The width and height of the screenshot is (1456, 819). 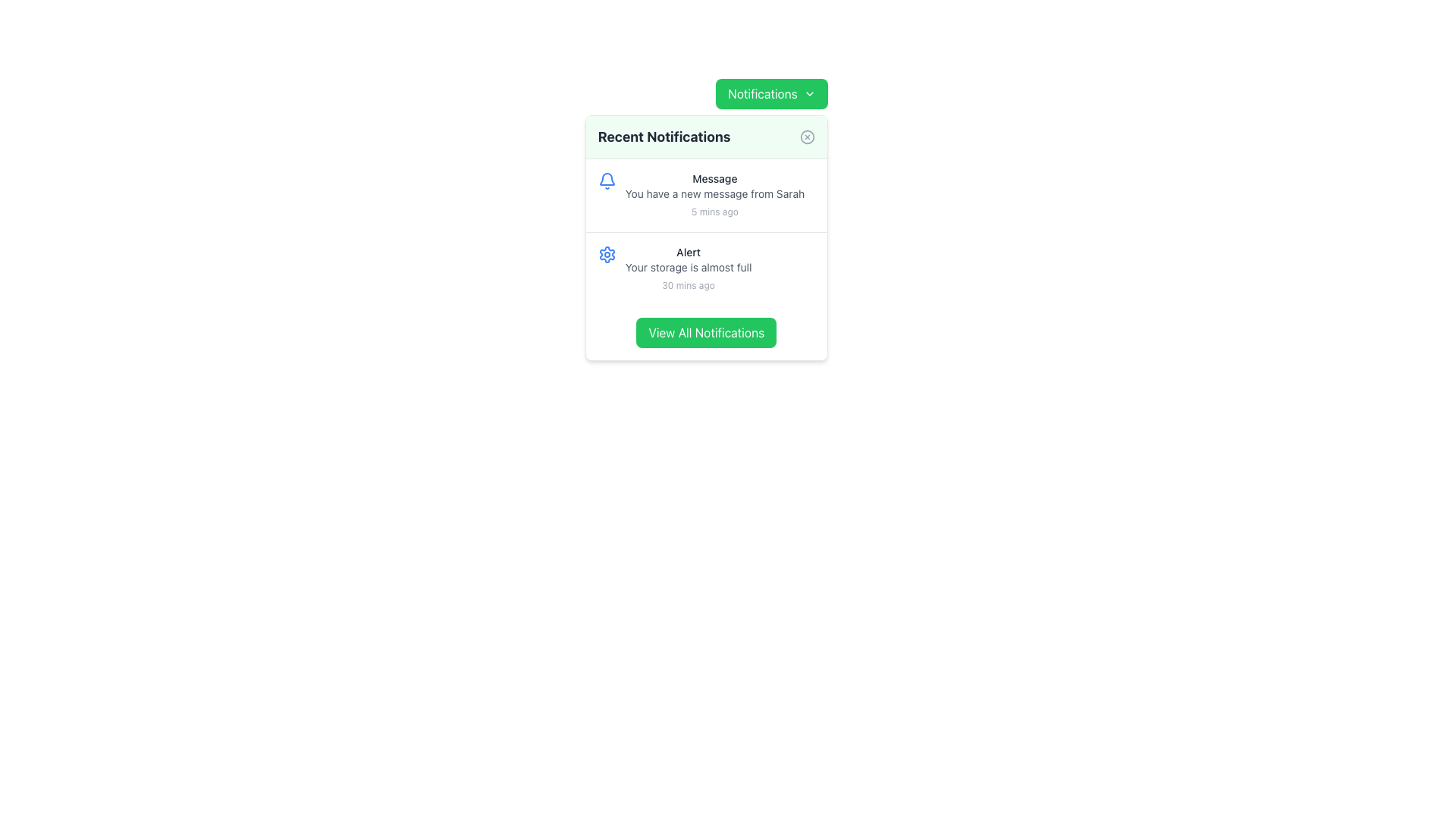 What do you see at coordinates (705, 332) in the screenshot?
I see `the notifications button located in the upper-right area of the interface` at bounding box center [705, 332].